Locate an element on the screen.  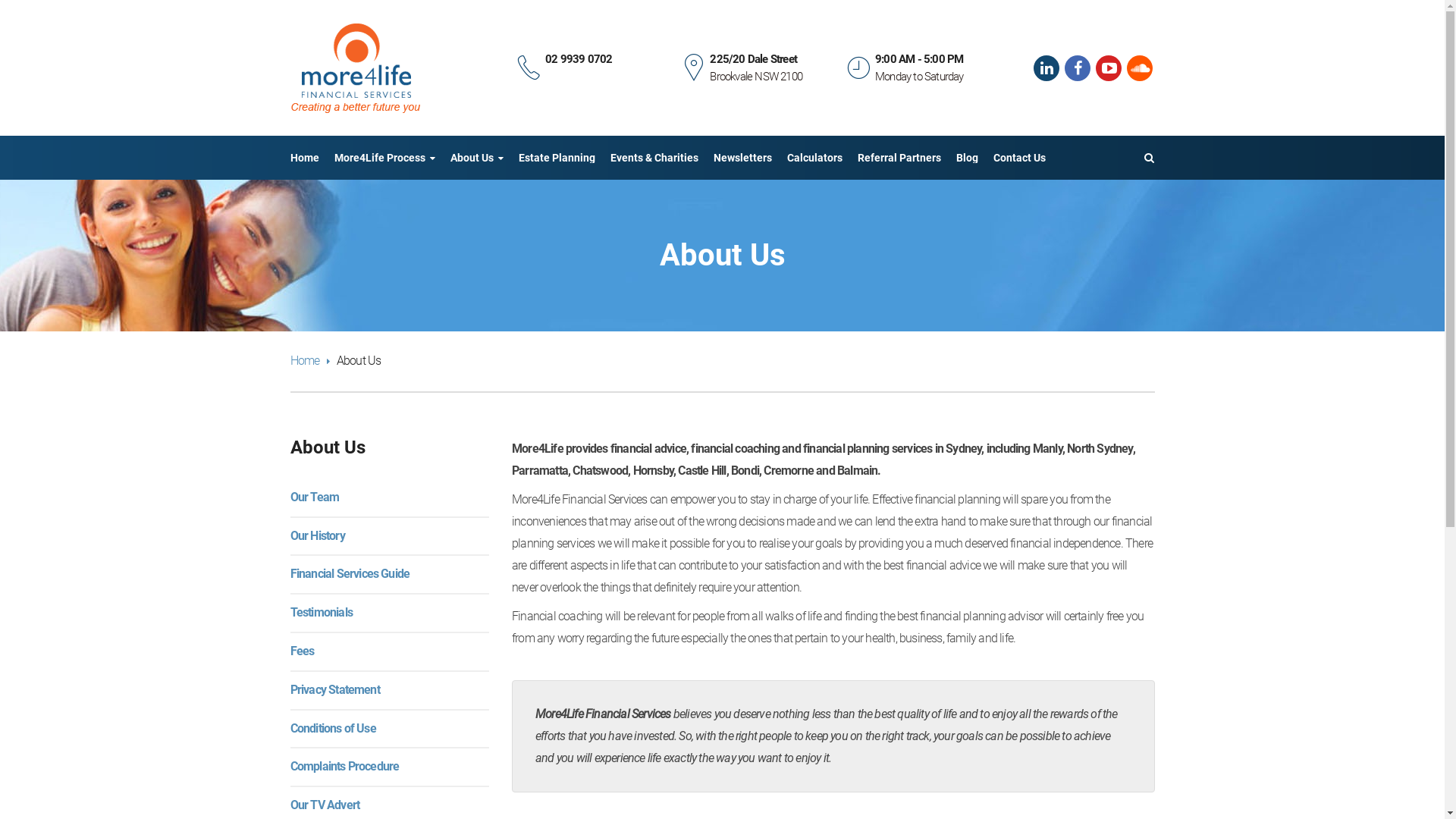
'More4Life Process' is located at coordinates (384, 158).